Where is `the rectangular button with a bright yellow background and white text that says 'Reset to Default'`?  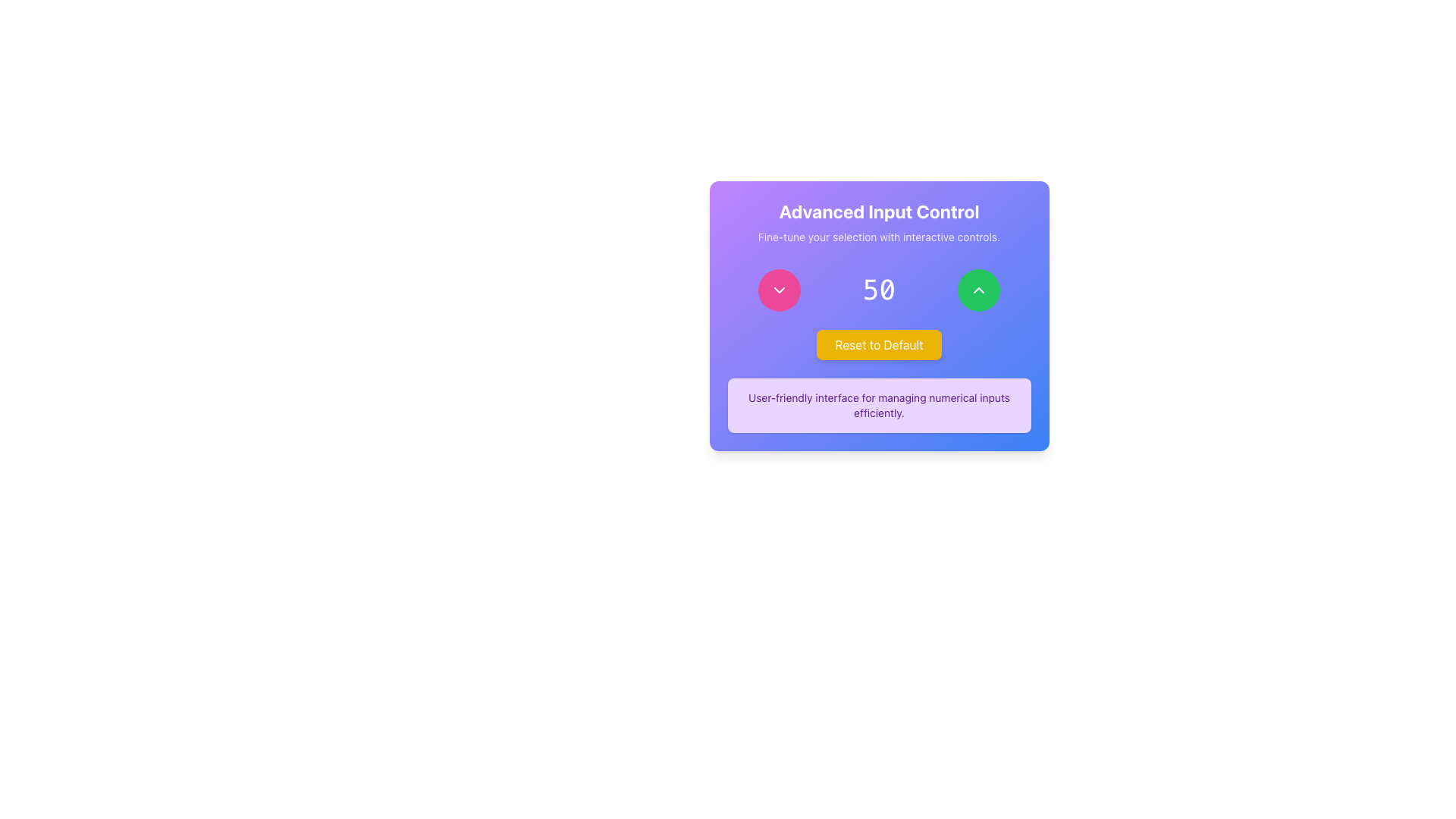
the rectangular button with a bright yellow background and white text that says 'Reset to Default' is located at coordinates (879, 345).